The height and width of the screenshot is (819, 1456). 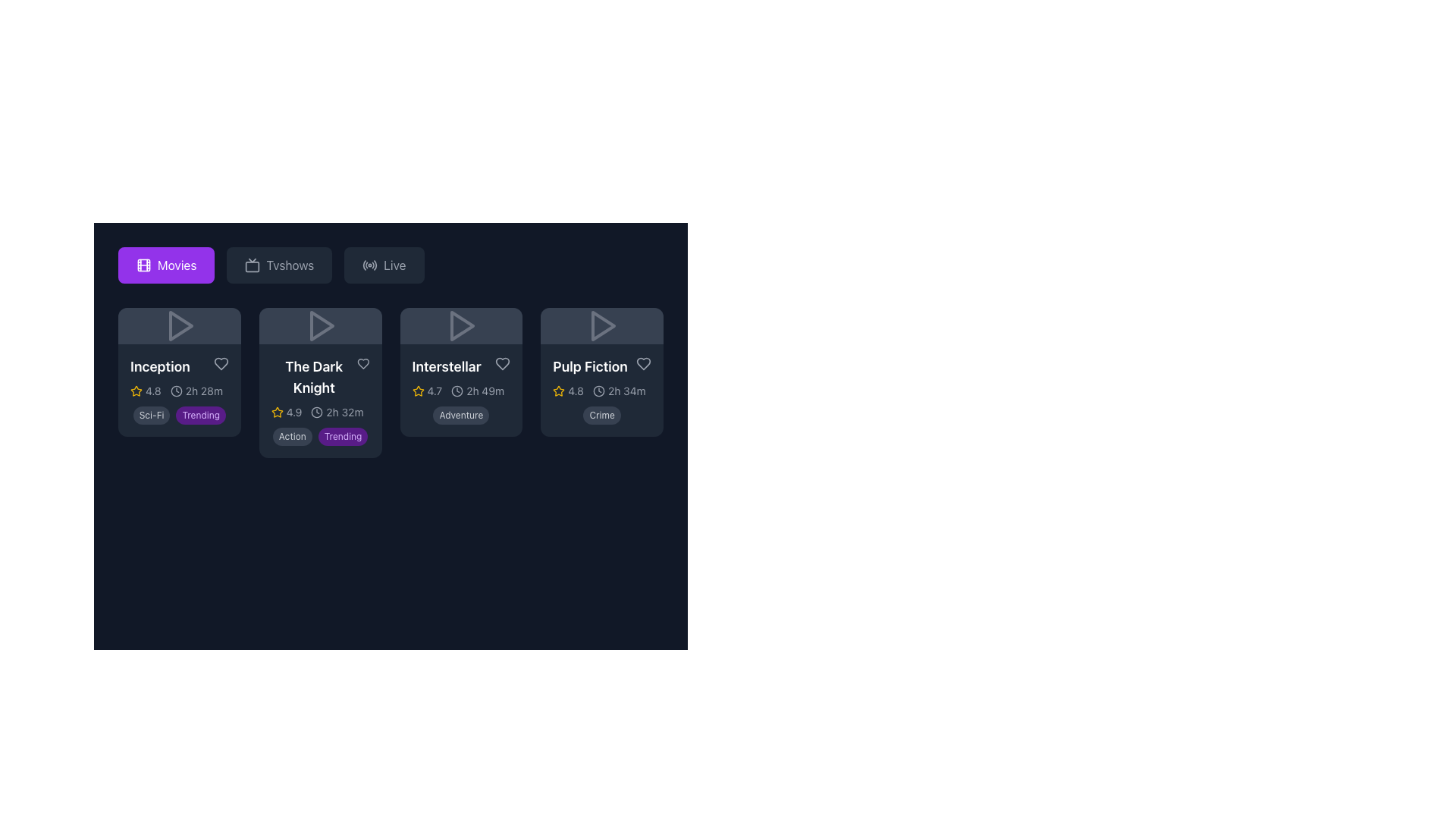 I want to click on the play icon for the movie 'Interstellar', which is centered in the upper portion of its card, so click(x=460, y=325).